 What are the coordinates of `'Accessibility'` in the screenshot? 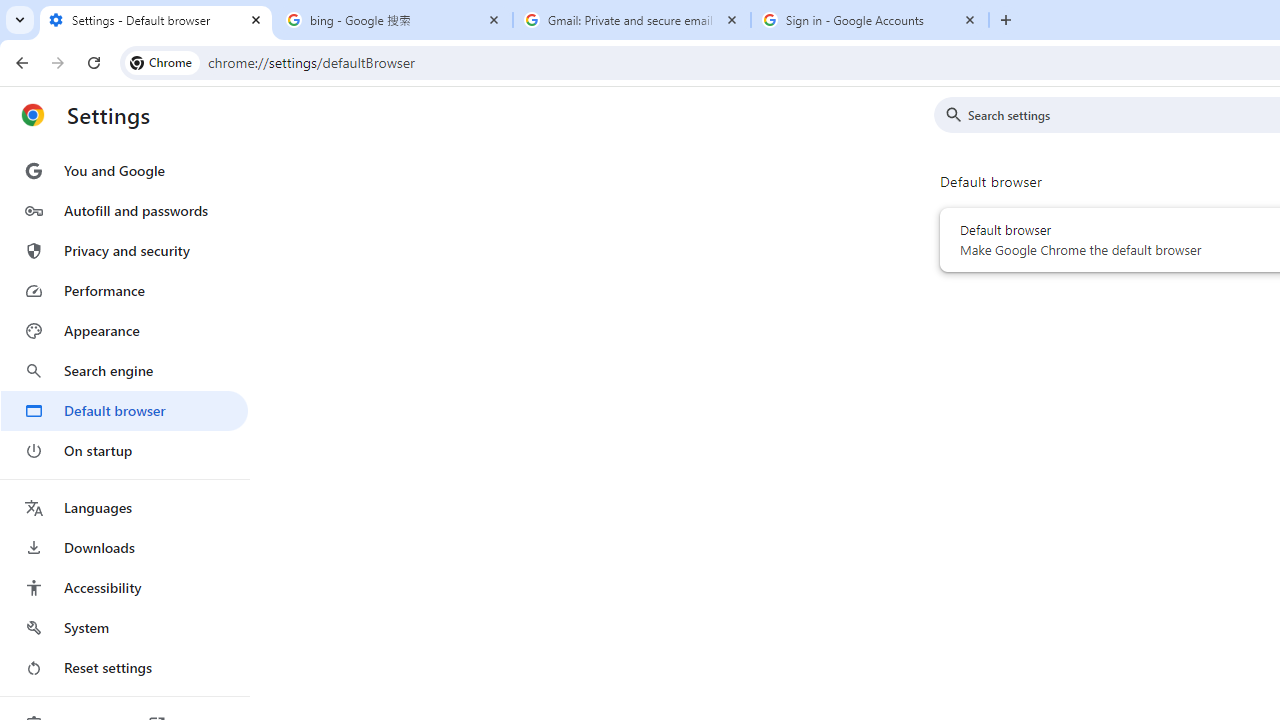 It's located at (123, 586).